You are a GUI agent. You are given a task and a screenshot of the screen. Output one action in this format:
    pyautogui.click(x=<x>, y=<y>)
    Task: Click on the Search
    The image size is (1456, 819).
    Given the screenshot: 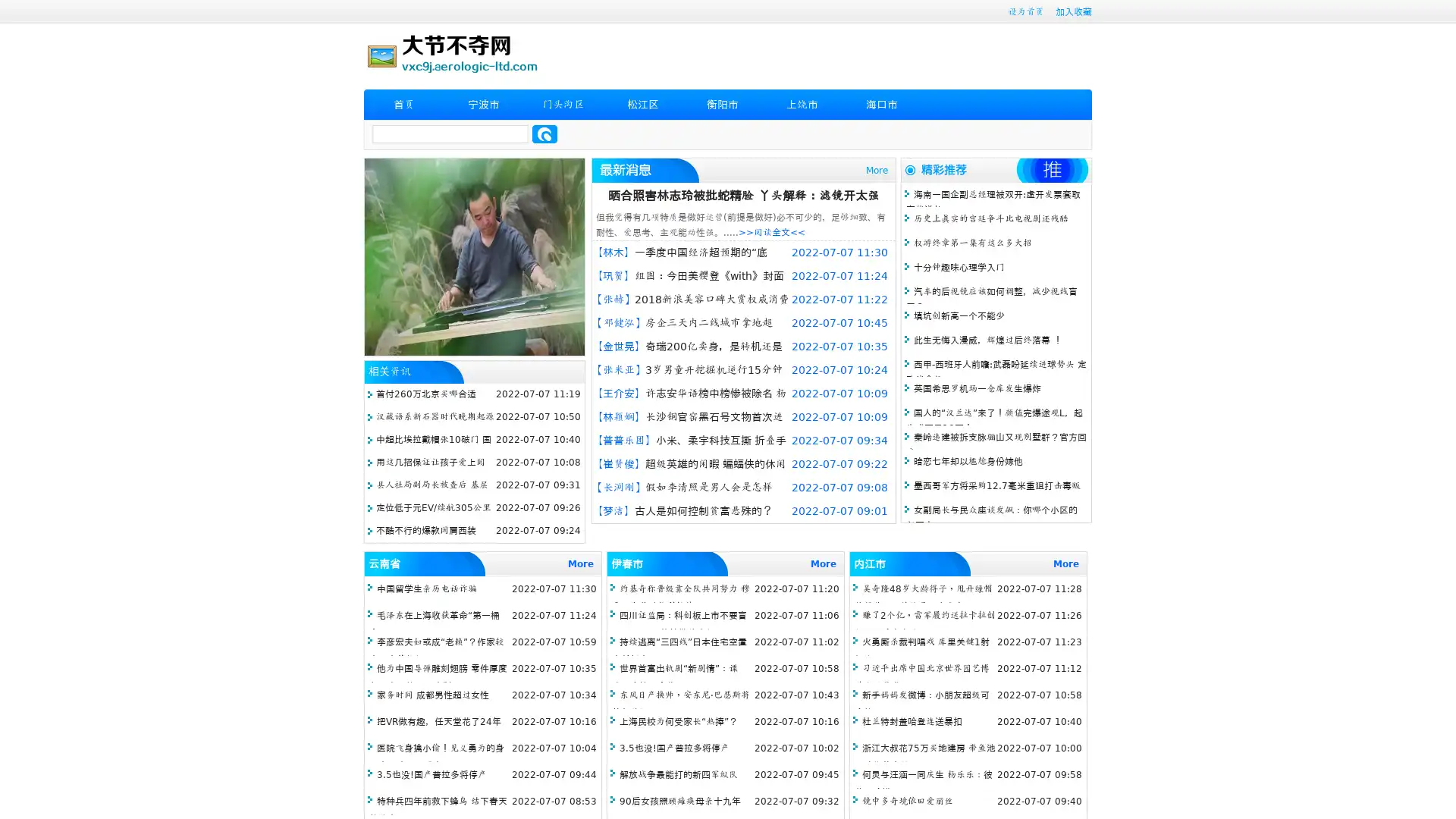 What is the action you would take?
    pyautogui.click(x=544, y=133)
    